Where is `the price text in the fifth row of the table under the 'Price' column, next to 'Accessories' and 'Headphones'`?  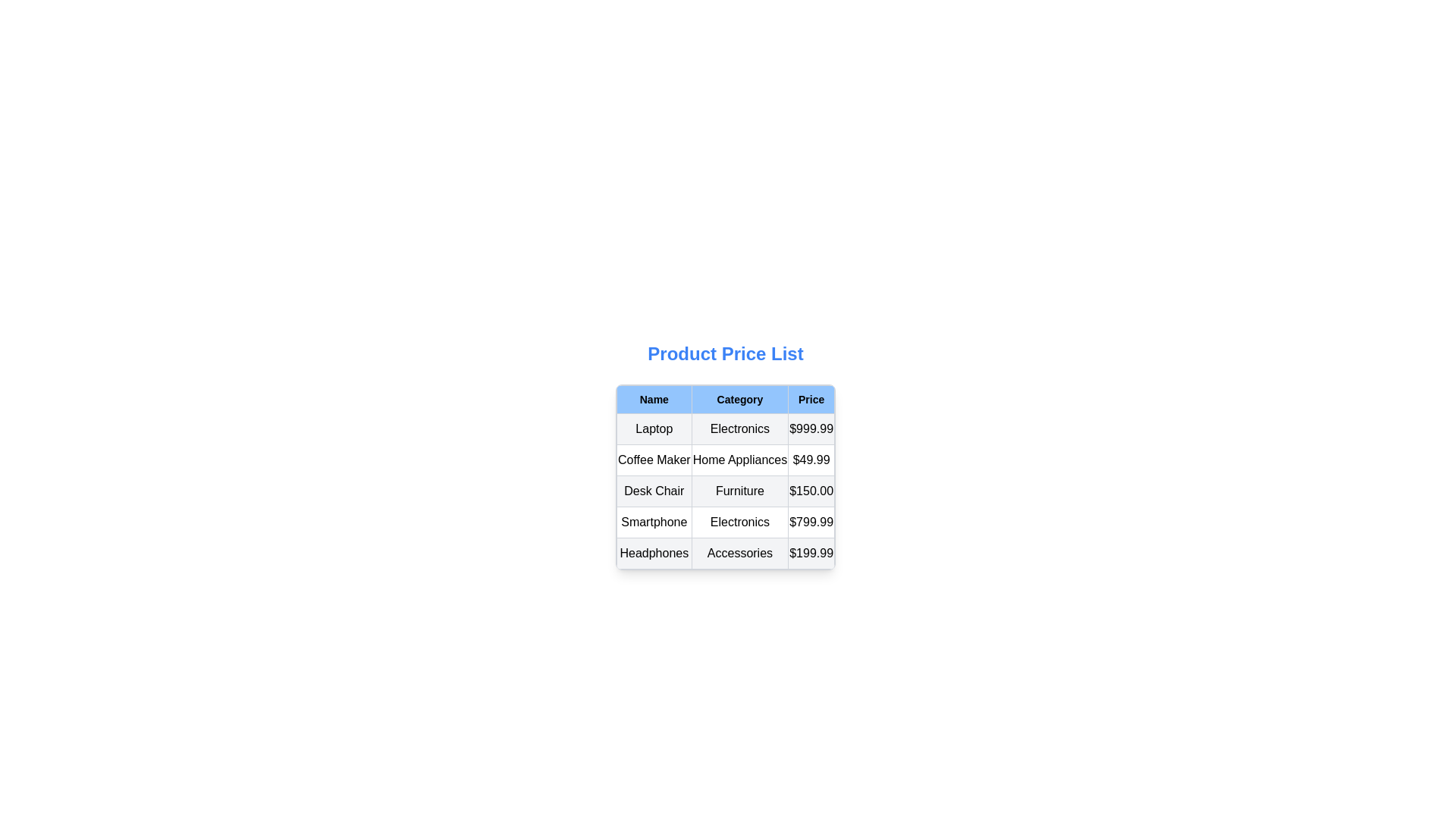 the price text in the fifth row of the table under the 'Price' column, next to 'Accessories' and 'Headphones' is located at coordinates (811, 553).